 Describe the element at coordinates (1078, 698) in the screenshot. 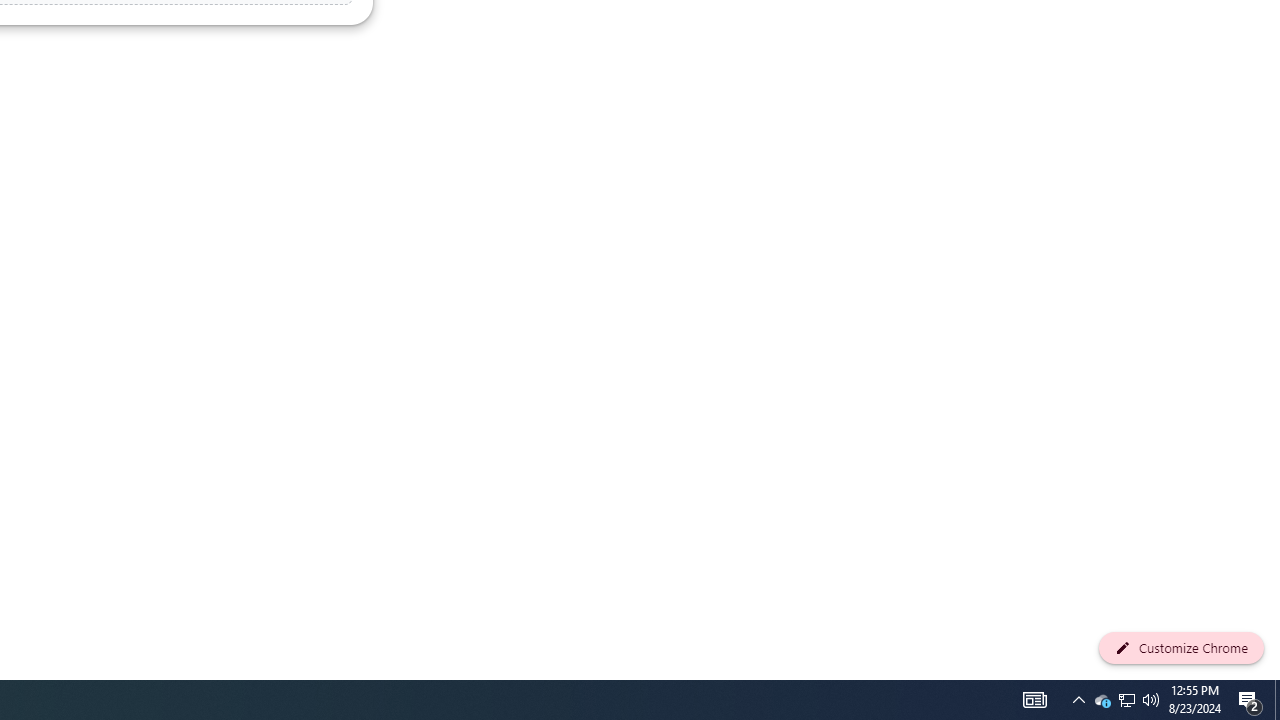

I see `'Notification Chevron'` at that location.